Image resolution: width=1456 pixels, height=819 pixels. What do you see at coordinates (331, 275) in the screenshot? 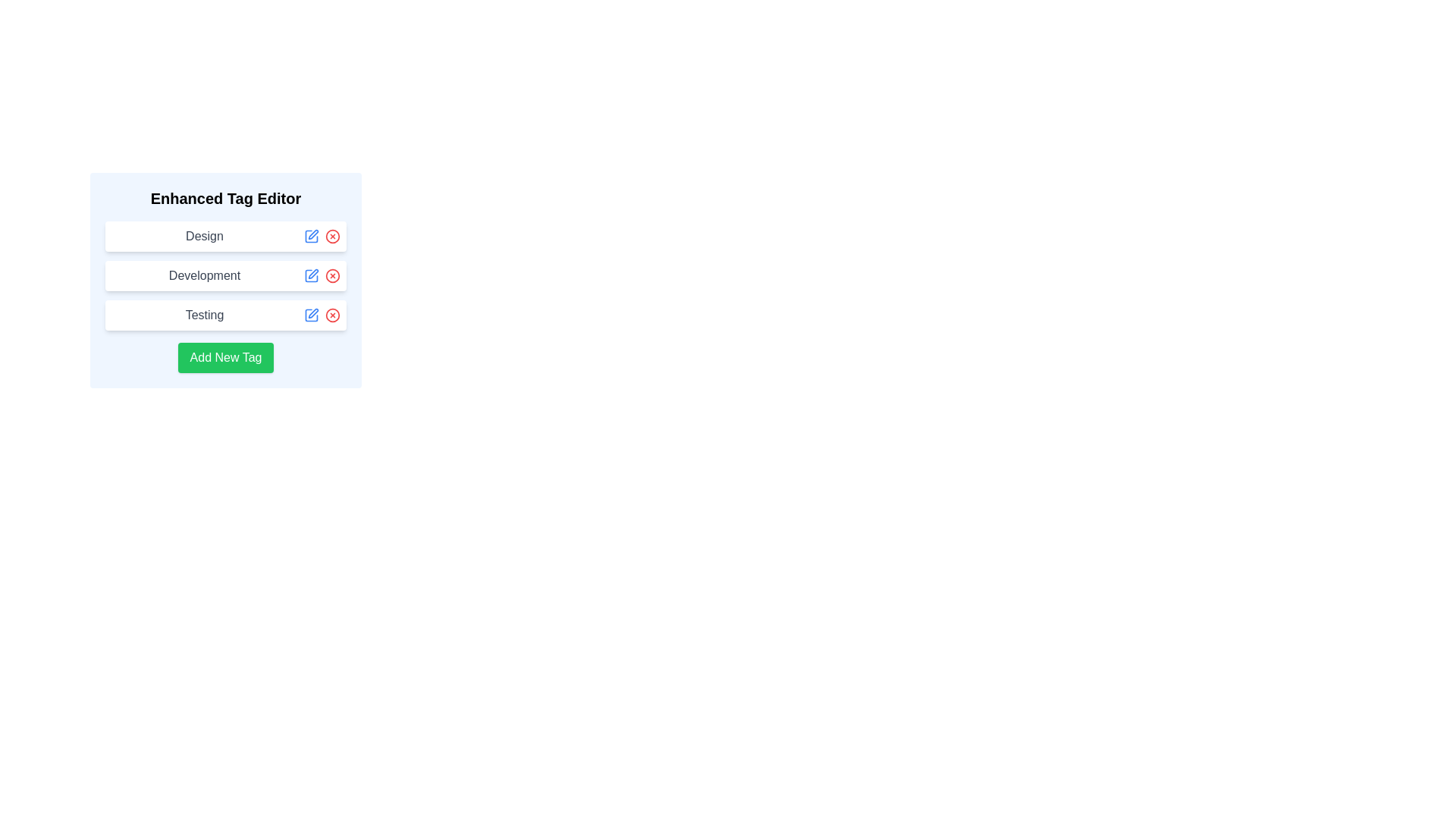
I see `the circular red icon with a white 'X' symbol, associated with the 'Development' text field in the Enhanced Tag Editor` at bounding box center [331, 275].